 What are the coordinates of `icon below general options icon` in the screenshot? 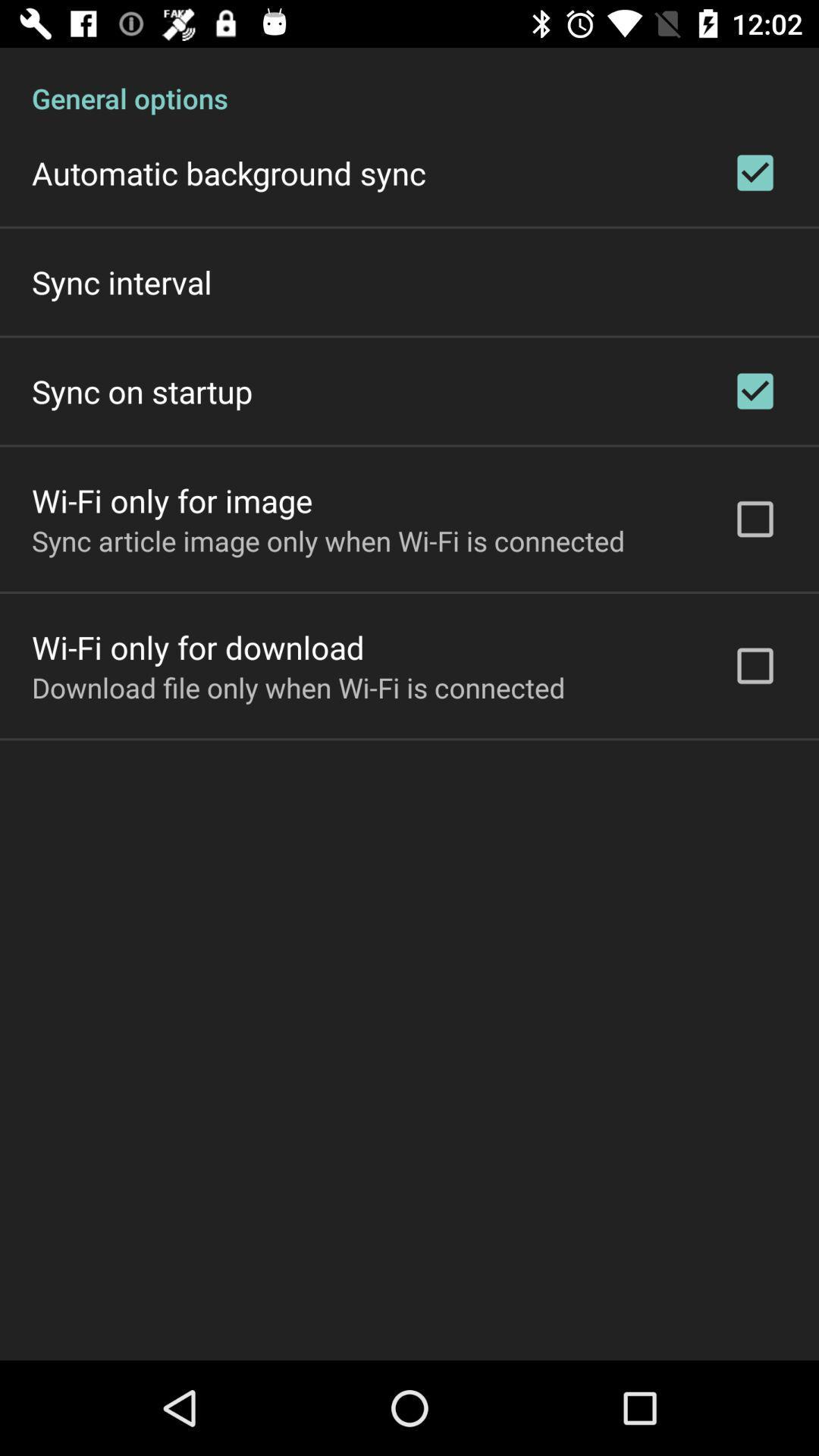 It's located at (228, 173).